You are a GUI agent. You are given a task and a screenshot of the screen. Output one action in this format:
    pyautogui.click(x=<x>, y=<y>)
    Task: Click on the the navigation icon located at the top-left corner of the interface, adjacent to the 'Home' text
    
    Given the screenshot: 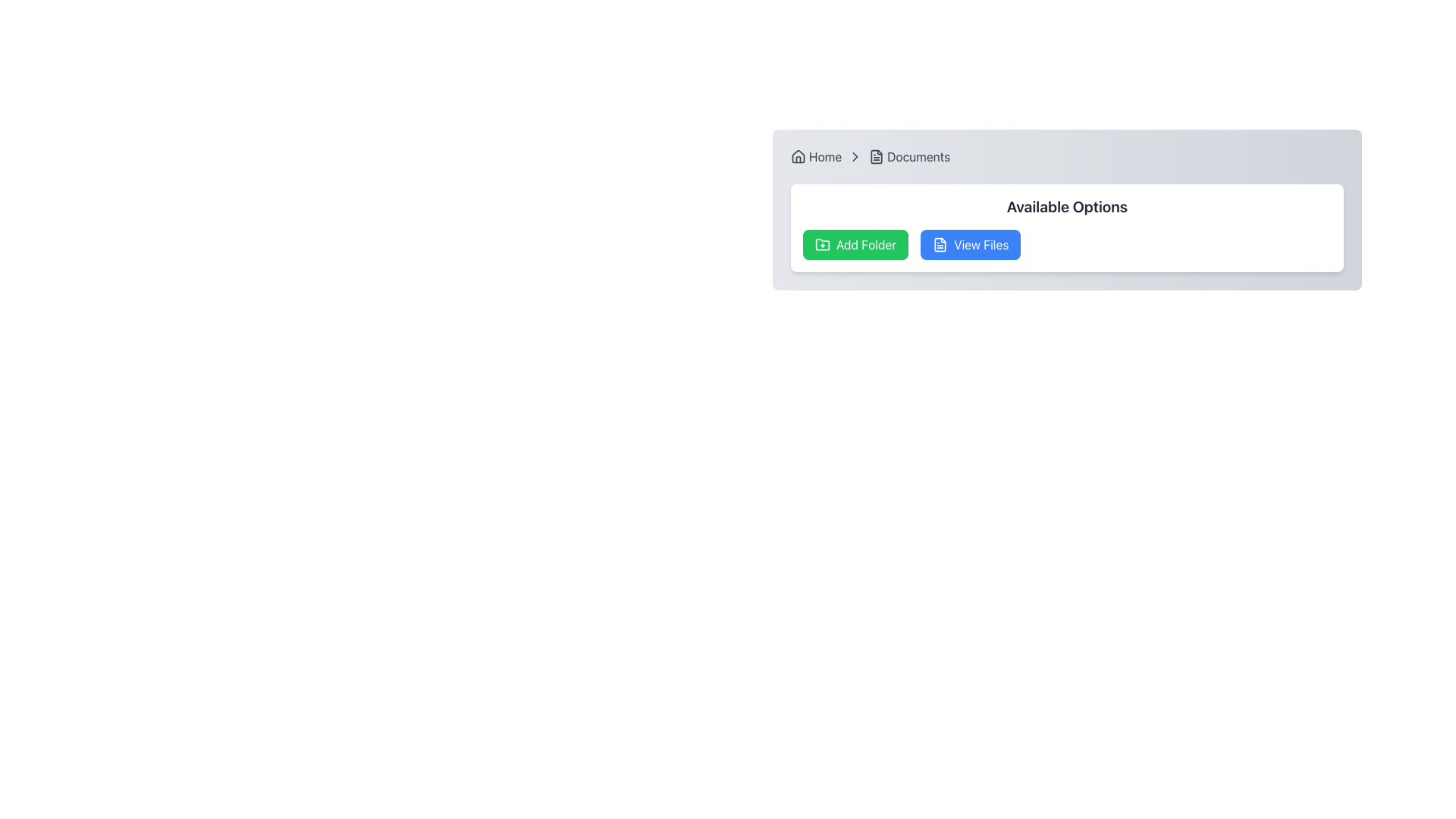 What is the action you would take?
    pyautogui.click(x=797, y=157)
    